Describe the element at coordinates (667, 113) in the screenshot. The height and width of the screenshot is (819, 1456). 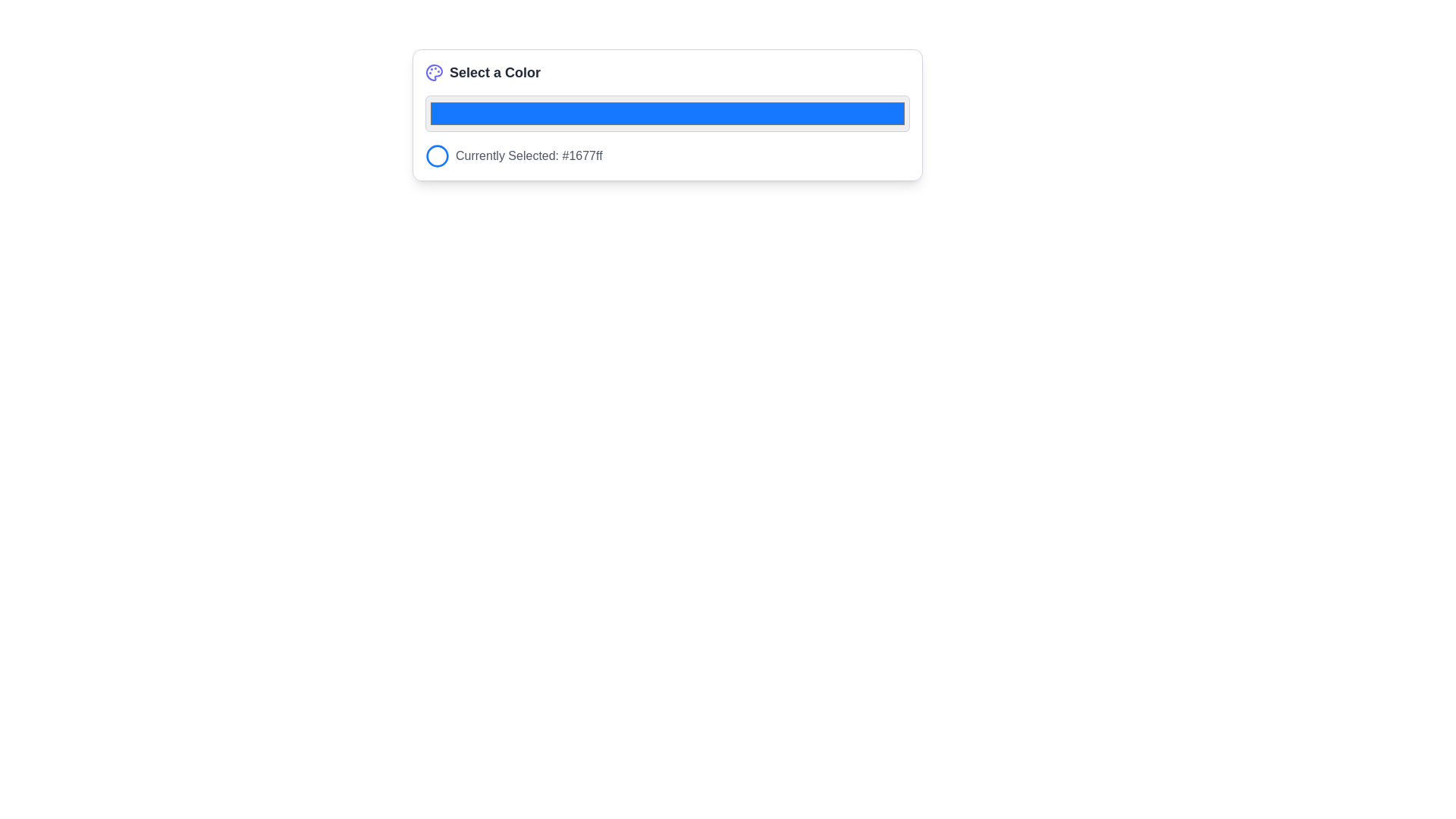
I see `the rectangular color input field with a blue fill and grey border, located below the 'Select a Color' title` at that location.